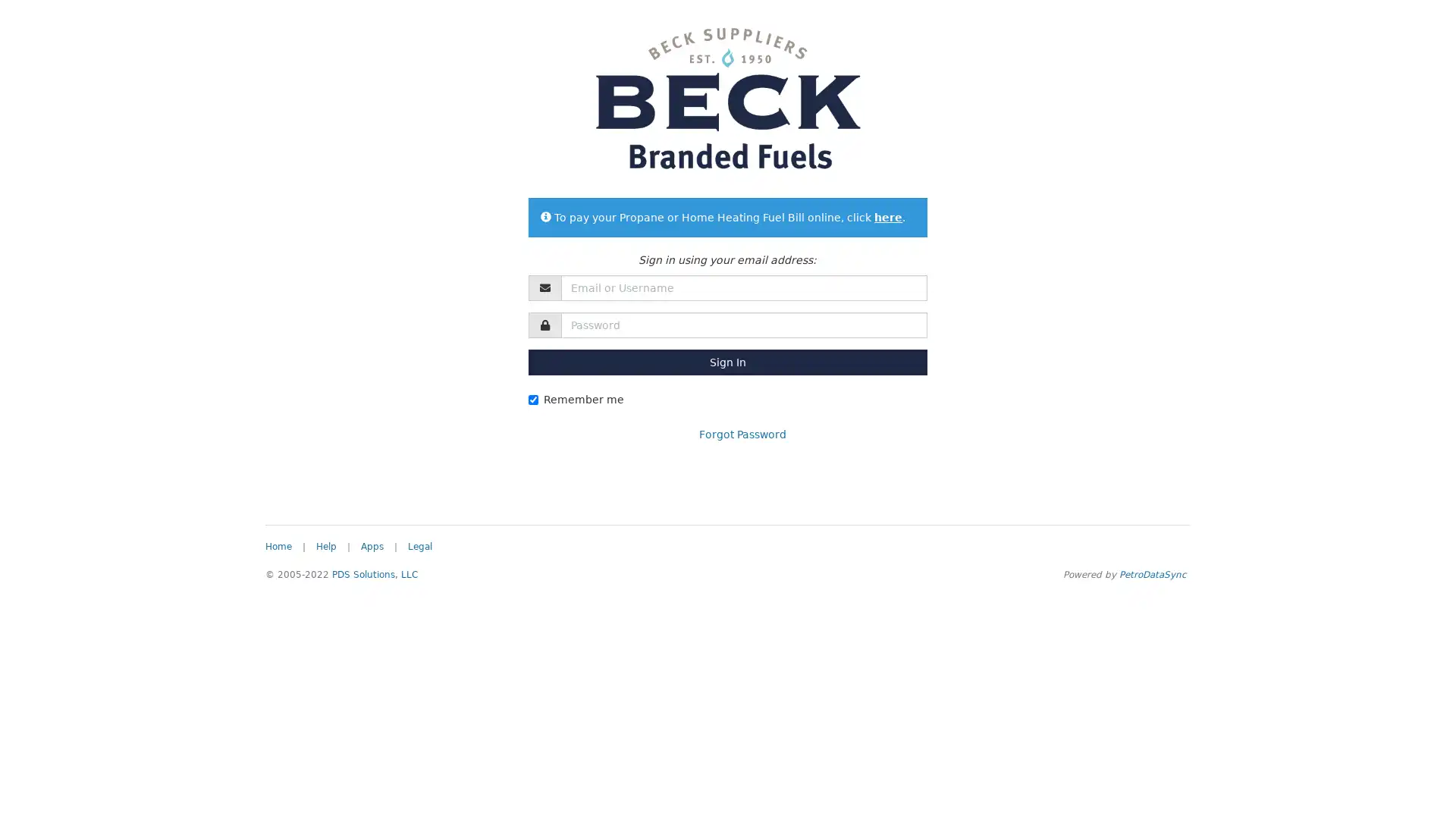 The width and height of the screenshot is (1456, 819). Describe the element at coordinates (742, 433) in the screenshot. I see `Forgot Password` at that location.